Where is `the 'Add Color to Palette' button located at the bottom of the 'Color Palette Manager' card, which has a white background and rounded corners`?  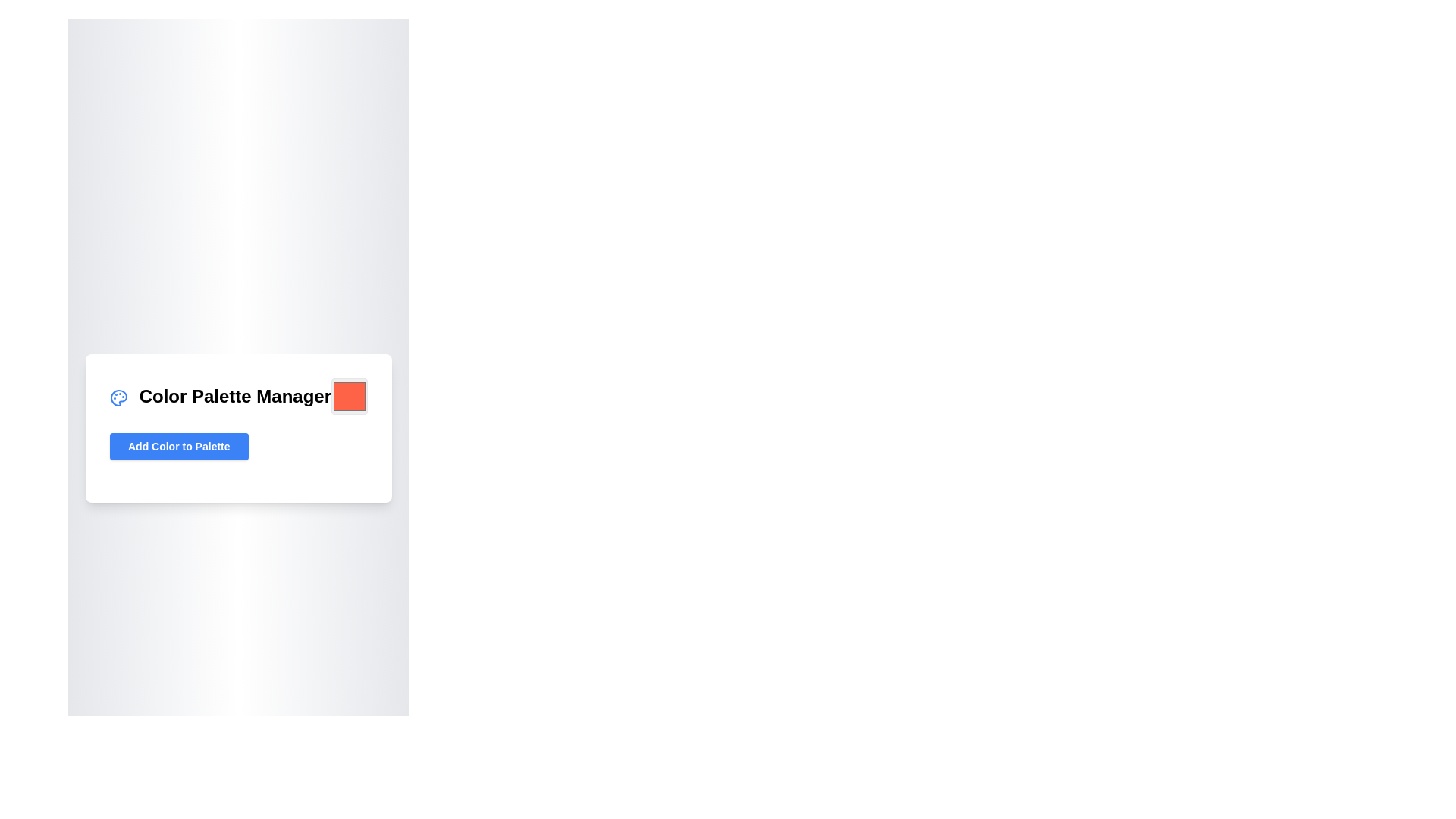 the 'Add Color to Palette' button located at the bottom of the 'Color Palette Manager' card, which has a white background and rounded corners is located at coordinates (238, 428).